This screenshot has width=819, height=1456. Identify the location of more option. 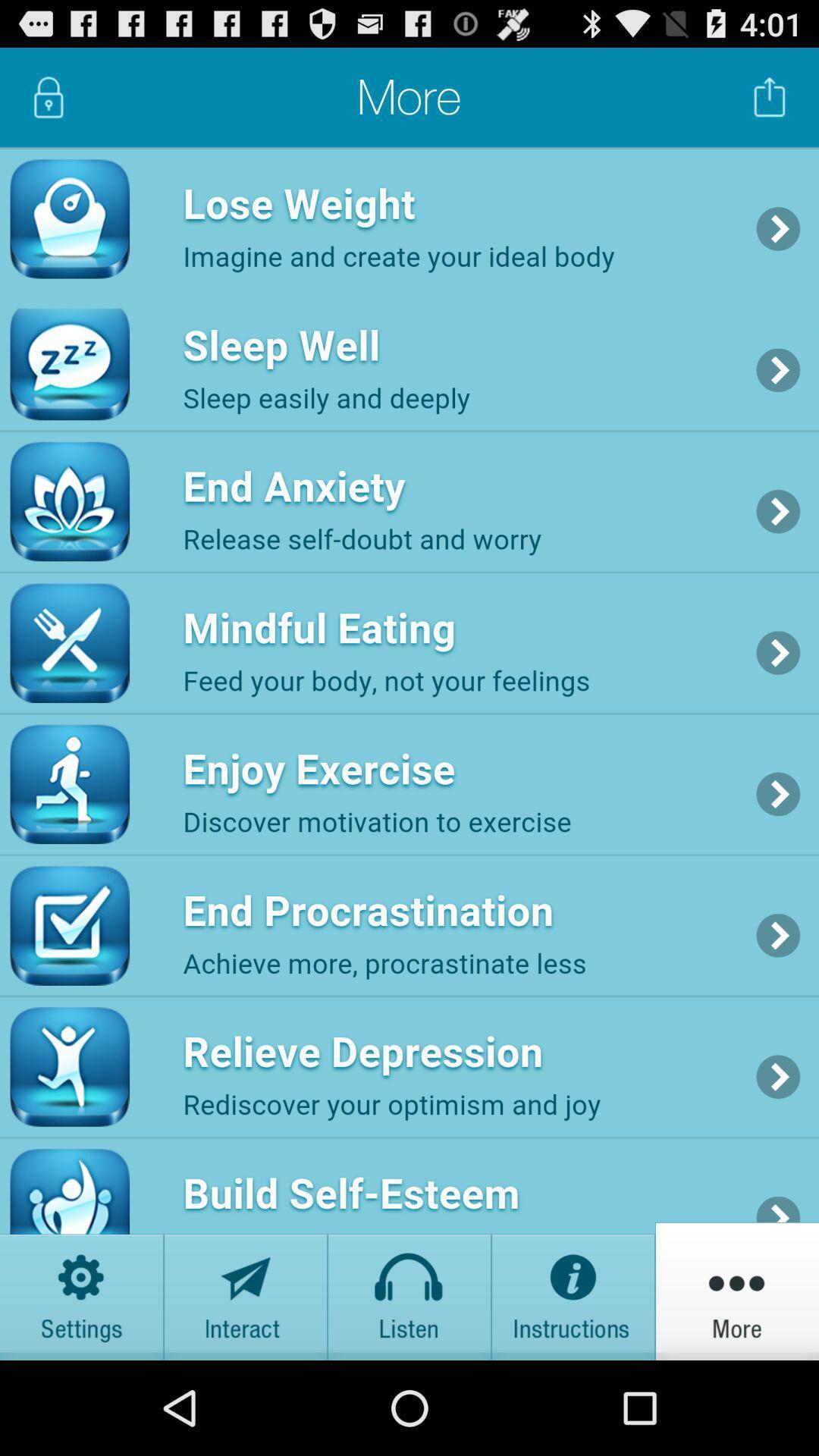
(736, 1290).